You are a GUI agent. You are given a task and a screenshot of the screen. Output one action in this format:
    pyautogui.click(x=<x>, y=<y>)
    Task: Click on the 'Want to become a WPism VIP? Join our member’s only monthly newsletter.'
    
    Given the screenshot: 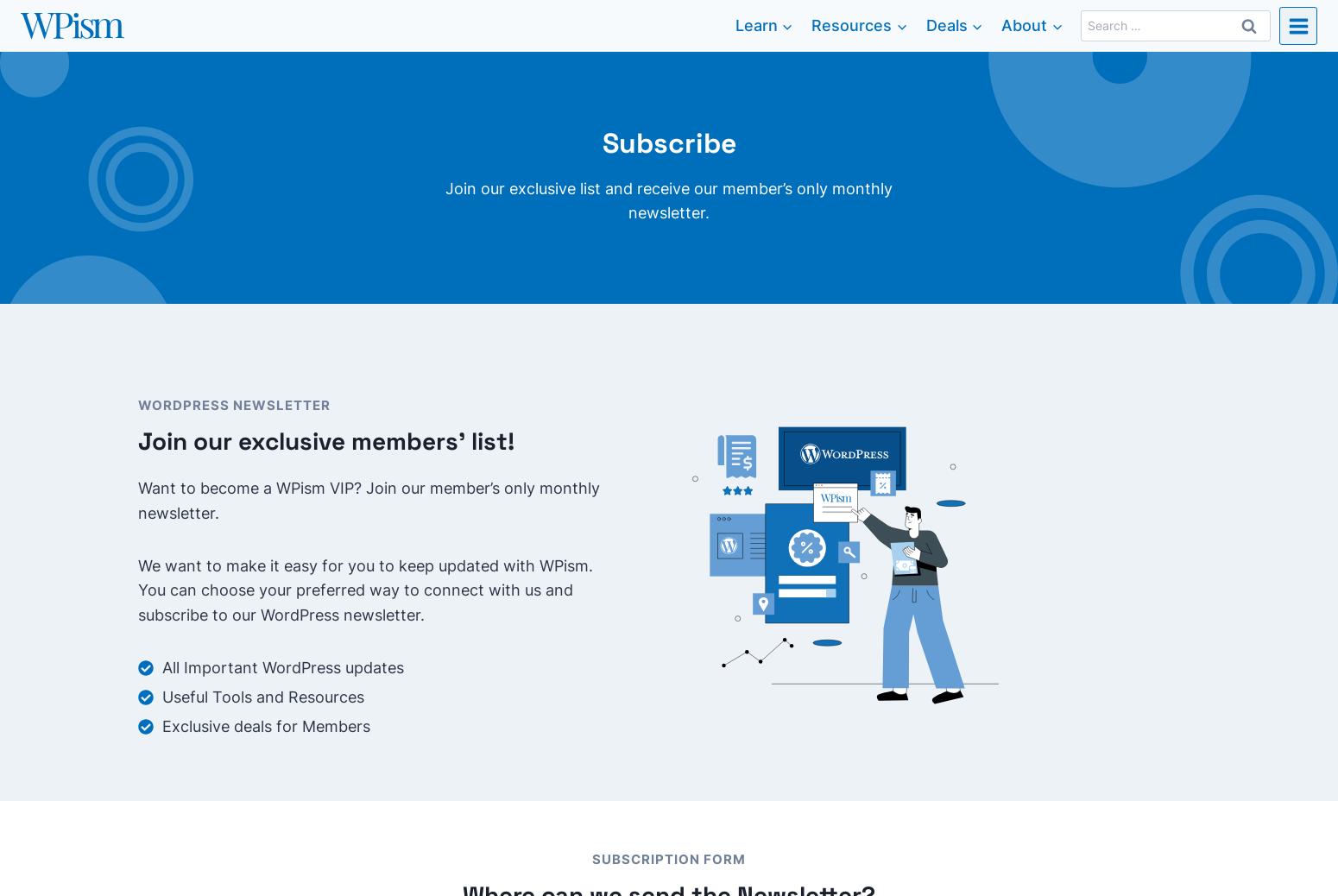 What is the action you would take?
    pyautogui.click(x=369, y=499)
    